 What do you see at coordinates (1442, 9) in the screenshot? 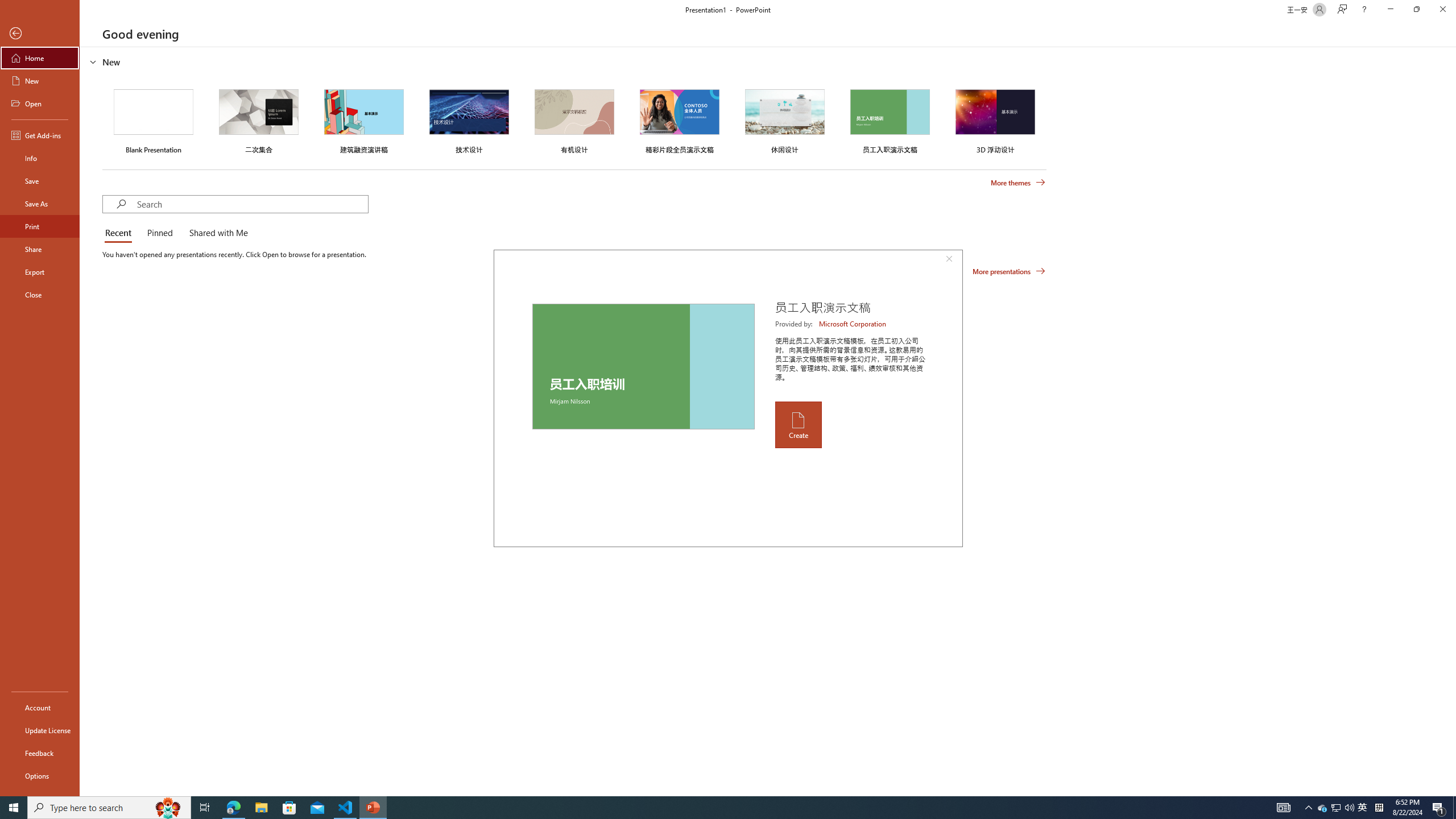
I see `'Close'` at bounding box center [1442, 9].